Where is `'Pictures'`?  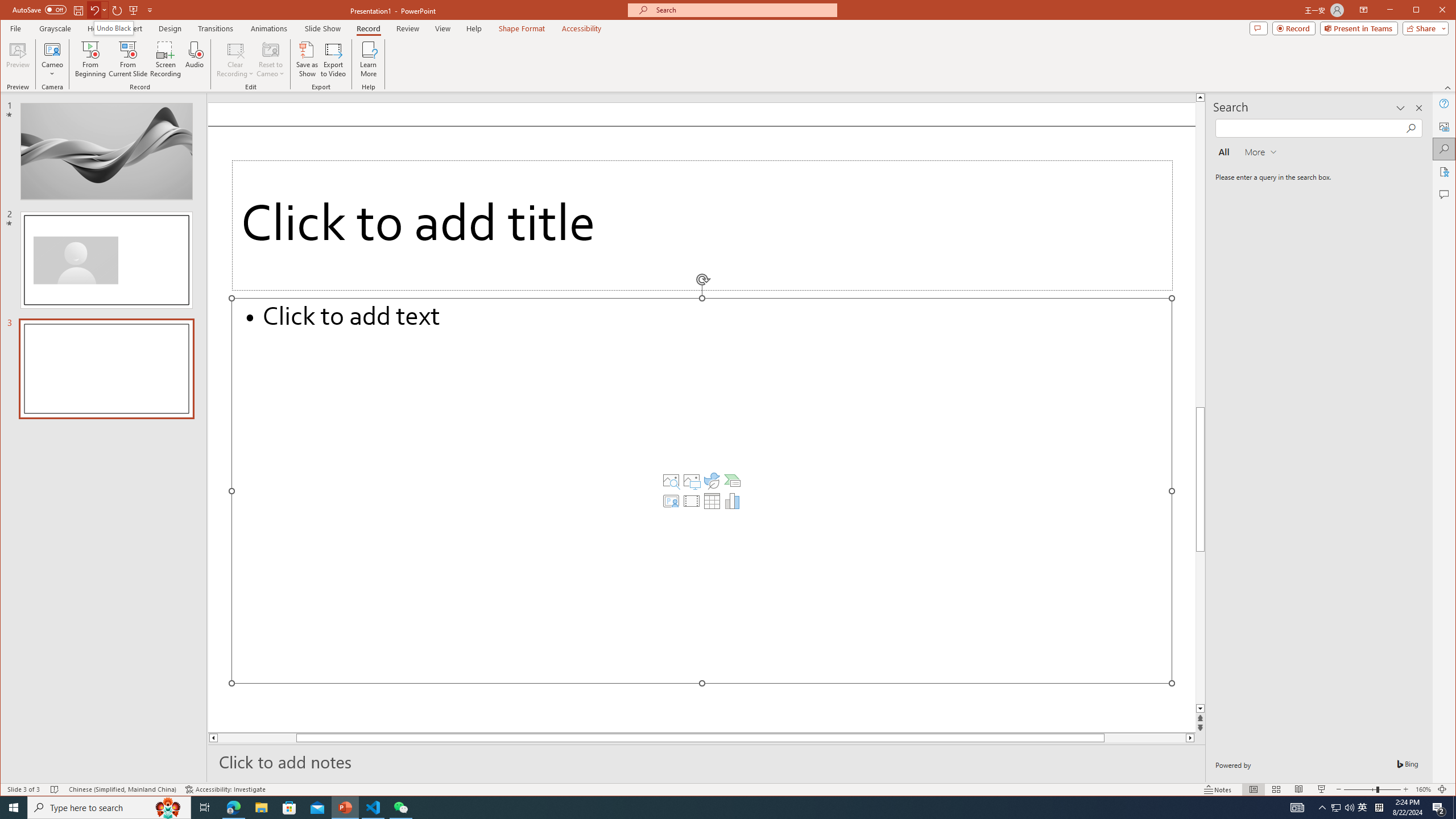
'Pictures' is located at coordinates (691, 481).